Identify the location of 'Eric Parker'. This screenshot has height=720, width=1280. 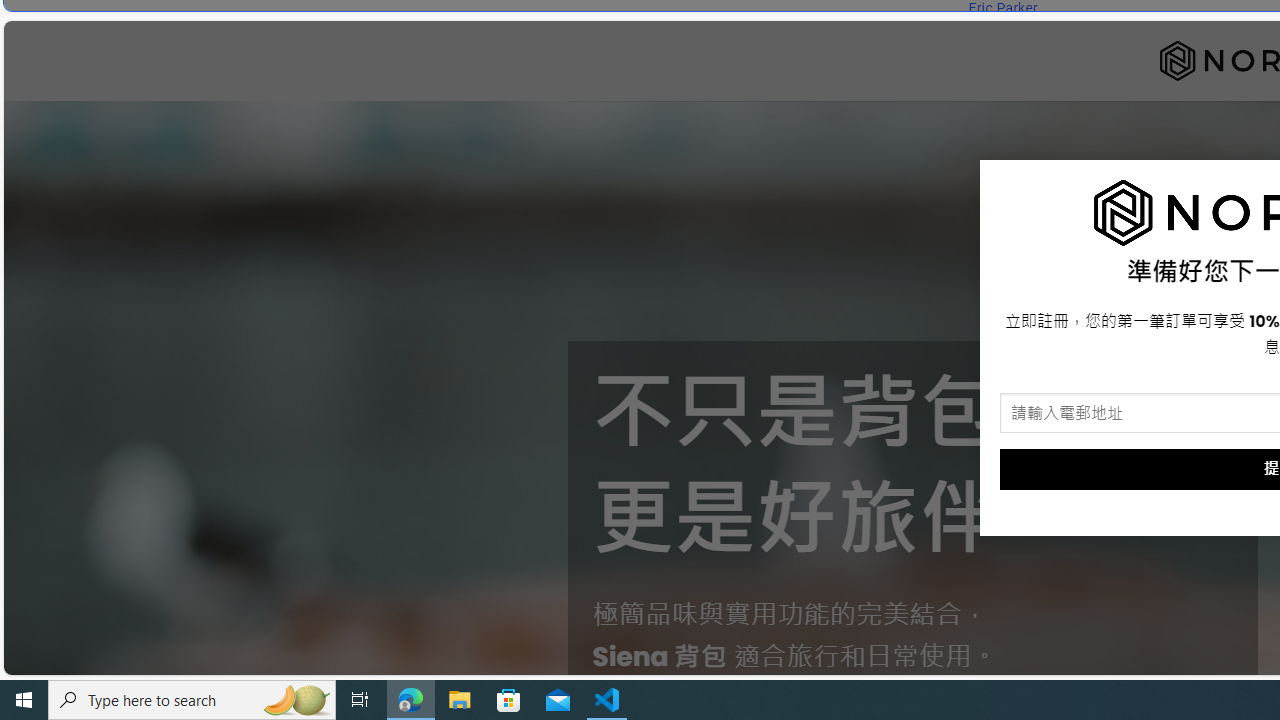
(1002, 8).